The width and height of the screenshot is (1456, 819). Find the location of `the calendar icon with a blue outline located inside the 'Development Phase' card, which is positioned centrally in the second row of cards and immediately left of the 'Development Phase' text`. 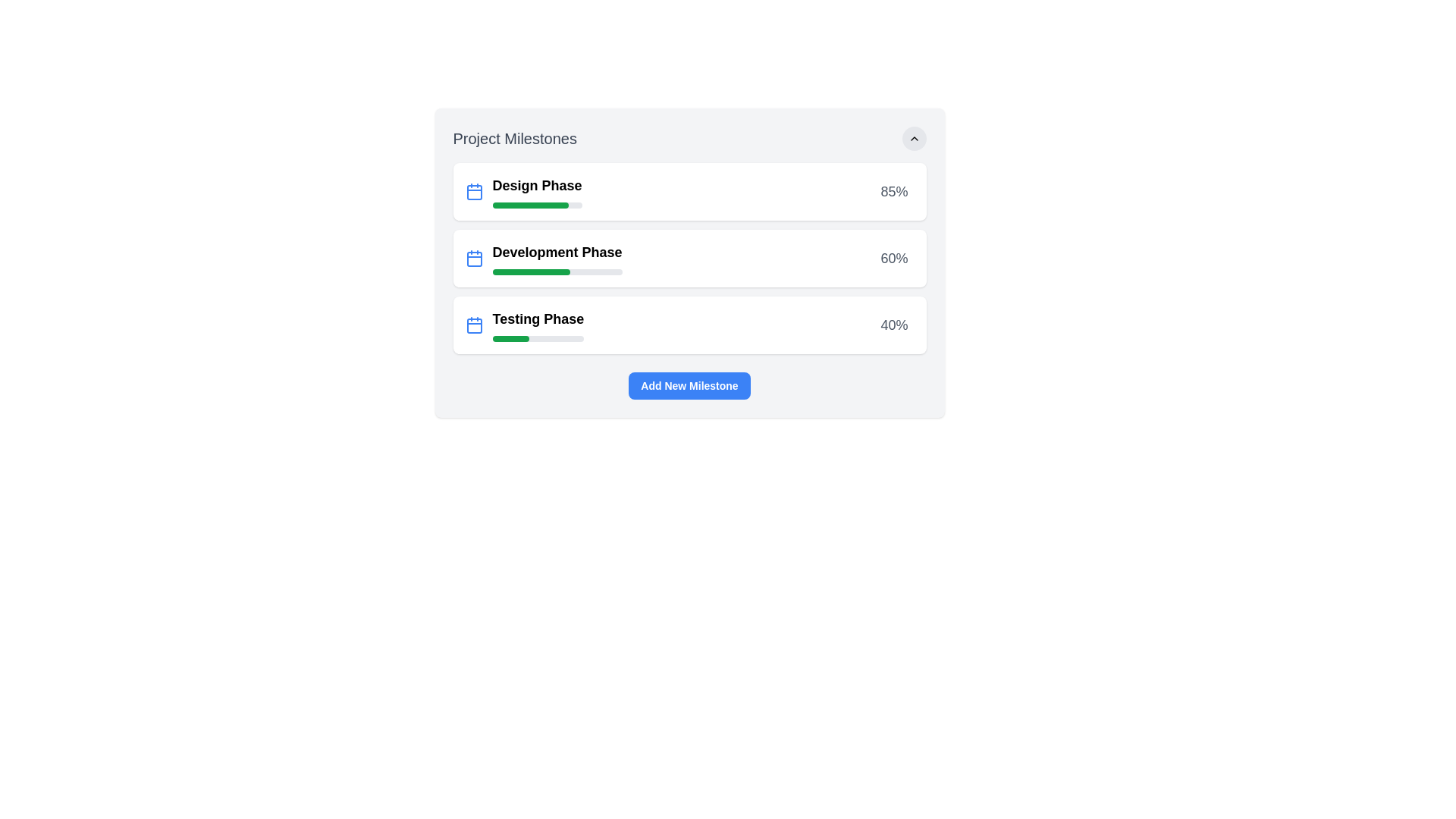

the calendar icon with a blue outline located inside the 'Development Phase' card, which is positioned centrally in the second row of cards and immediately left of the 'Development Phase' text is located at coordinates (473, 257).